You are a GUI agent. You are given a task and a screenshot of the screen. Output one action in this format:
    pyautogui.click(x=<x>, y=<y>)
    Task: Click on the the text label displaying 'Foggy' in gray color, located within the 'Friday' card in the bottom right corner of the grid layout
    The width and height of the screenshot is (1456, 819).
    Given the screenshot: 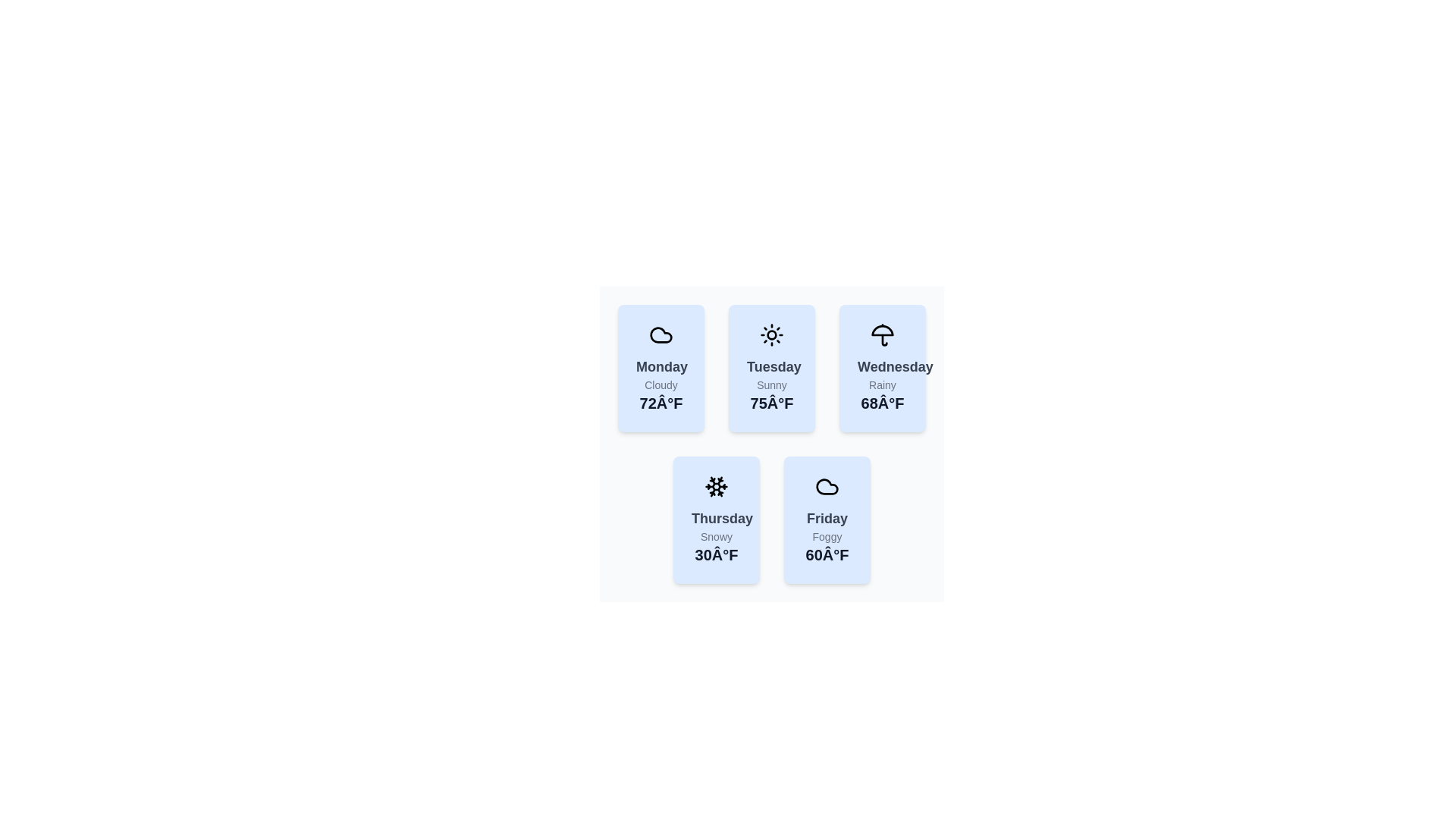 What is the action you would take?
    pyautogui.click(x=826, y=536)
    